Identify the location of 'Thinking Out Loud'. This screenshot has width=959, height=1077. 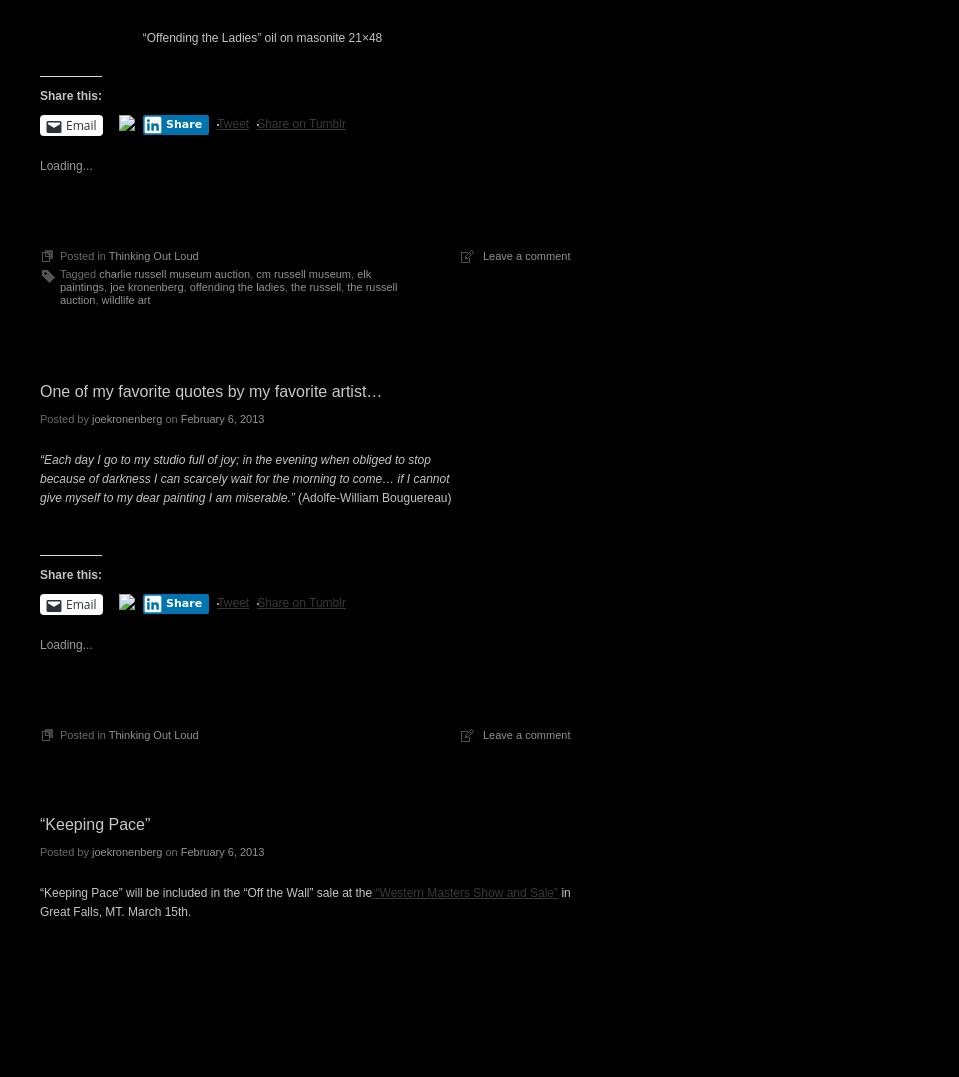
(151, 254).